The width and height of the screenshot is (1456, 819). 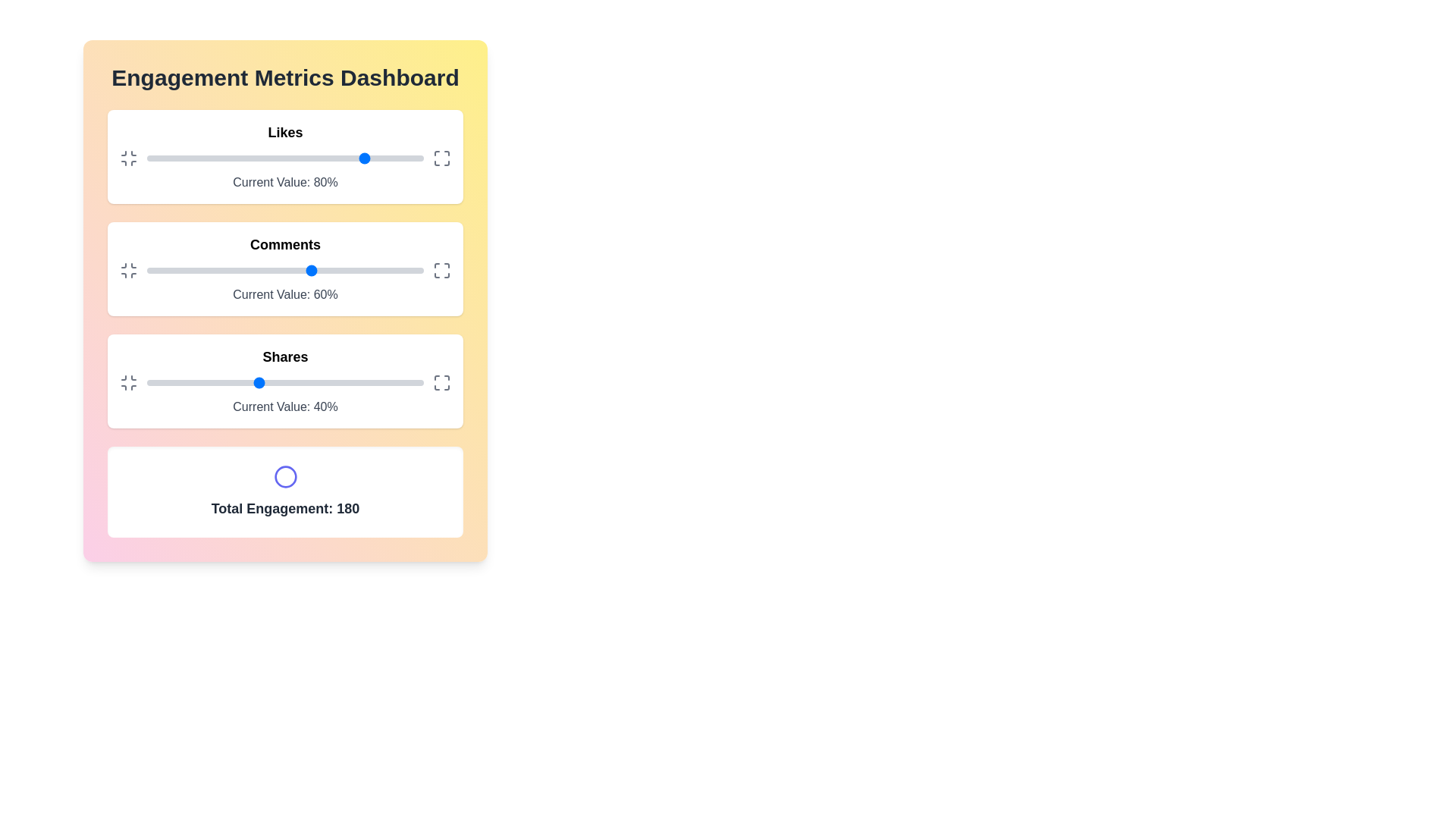 What do you see at coordinates (323, 158) in the screenshot?
I see `the 'Likes' slider` at bounding box center [323, 158].